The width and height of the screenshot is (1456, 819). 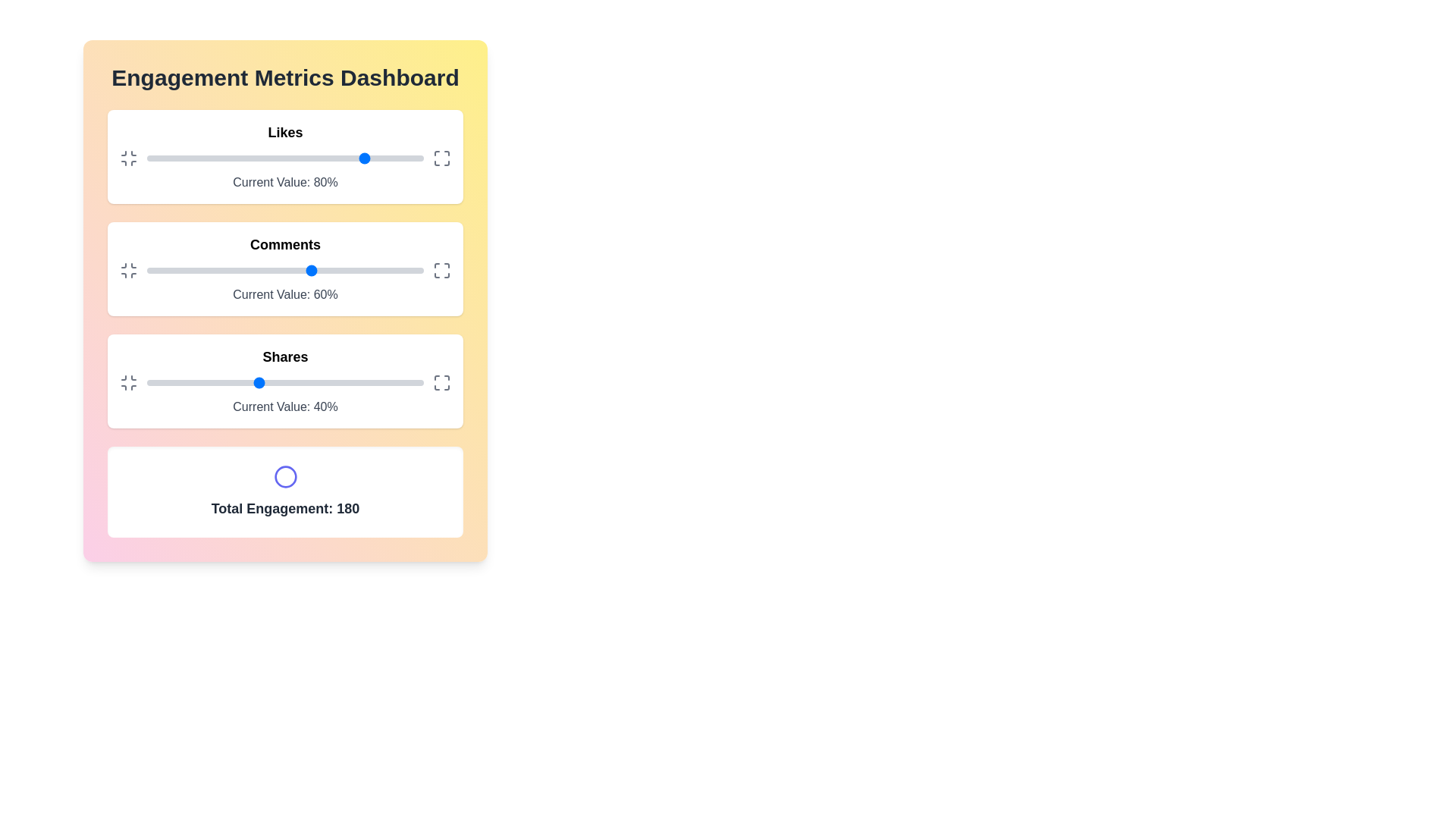 What do you see at coordinates (323, 158) in the screenshot?
I see `the 'Likes' slider` at bounding box center [323, 158].